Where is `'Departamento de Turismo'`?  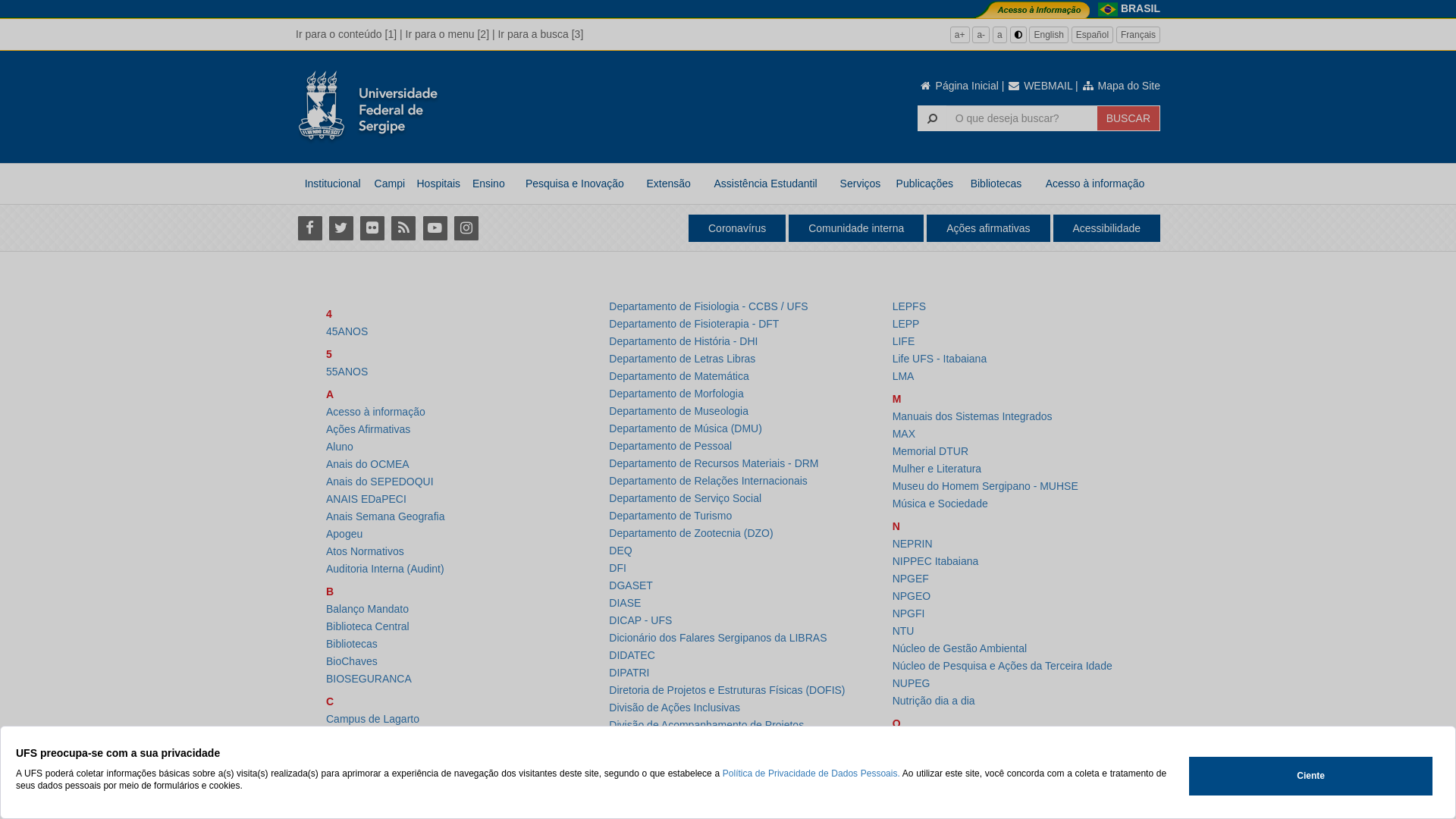
'Departamento de Turismo' is located at coordinates (669, 514).